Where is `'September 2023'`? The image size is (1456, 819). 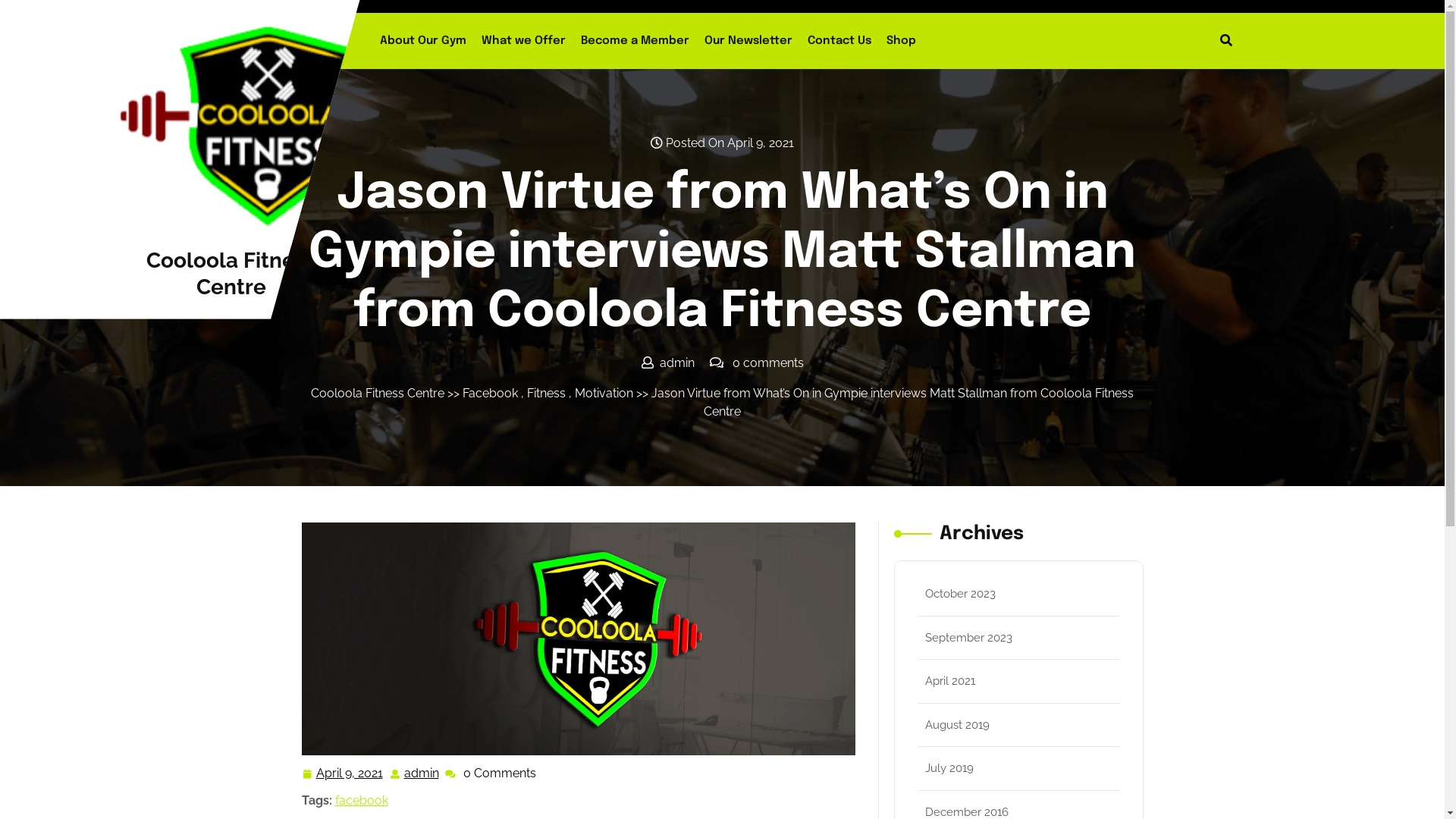 'September 2023' is located at coordinates (924, 637).